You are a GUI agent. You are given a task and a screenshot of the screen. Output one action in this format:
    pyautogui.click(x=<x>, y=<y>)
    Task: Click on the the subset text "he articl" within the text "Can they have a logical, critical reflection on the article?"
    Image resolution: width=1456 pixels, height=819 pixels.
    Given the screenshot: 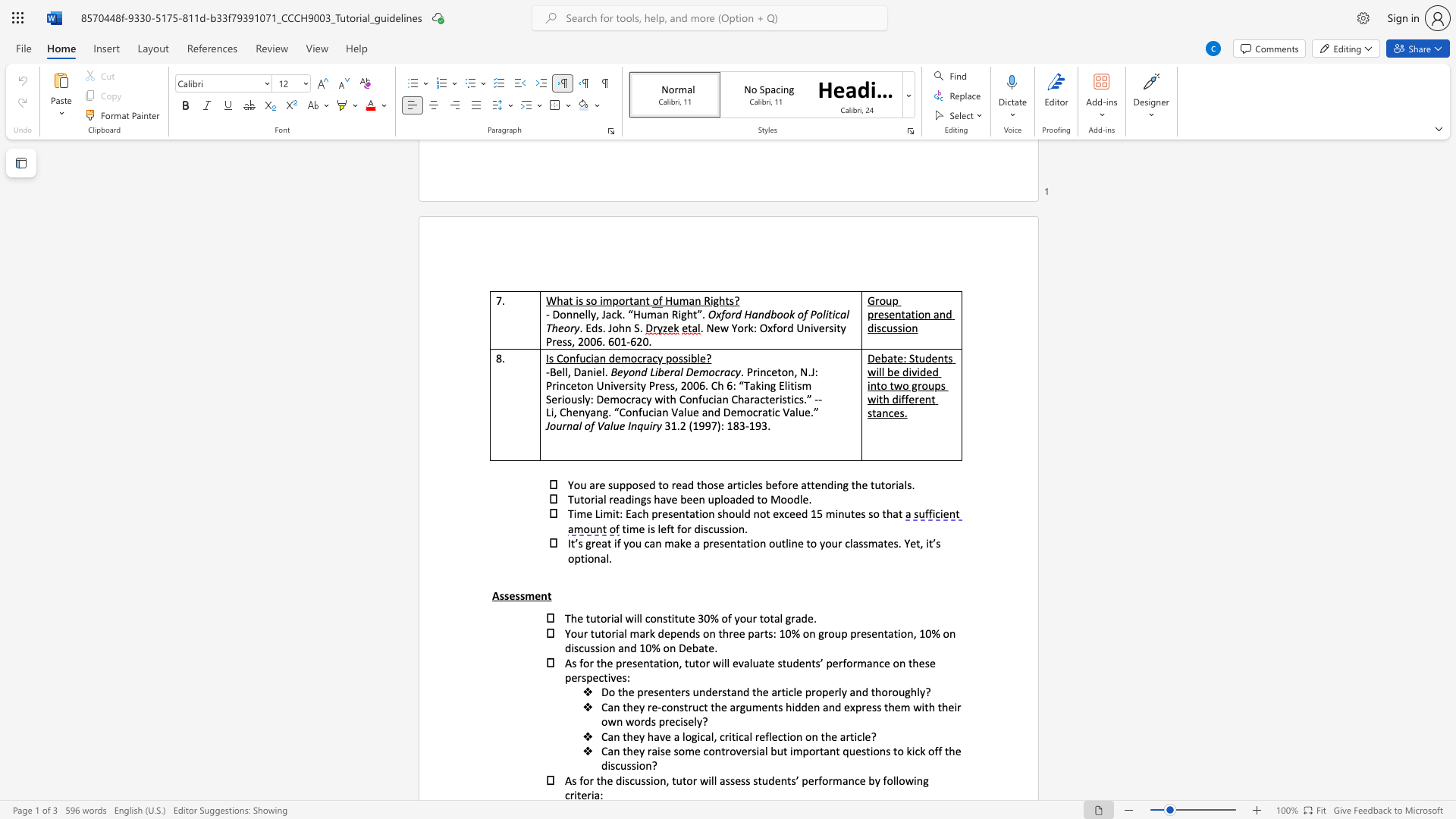 What is the action you would take?
    pyautogui.click(x=824, y=736)
    